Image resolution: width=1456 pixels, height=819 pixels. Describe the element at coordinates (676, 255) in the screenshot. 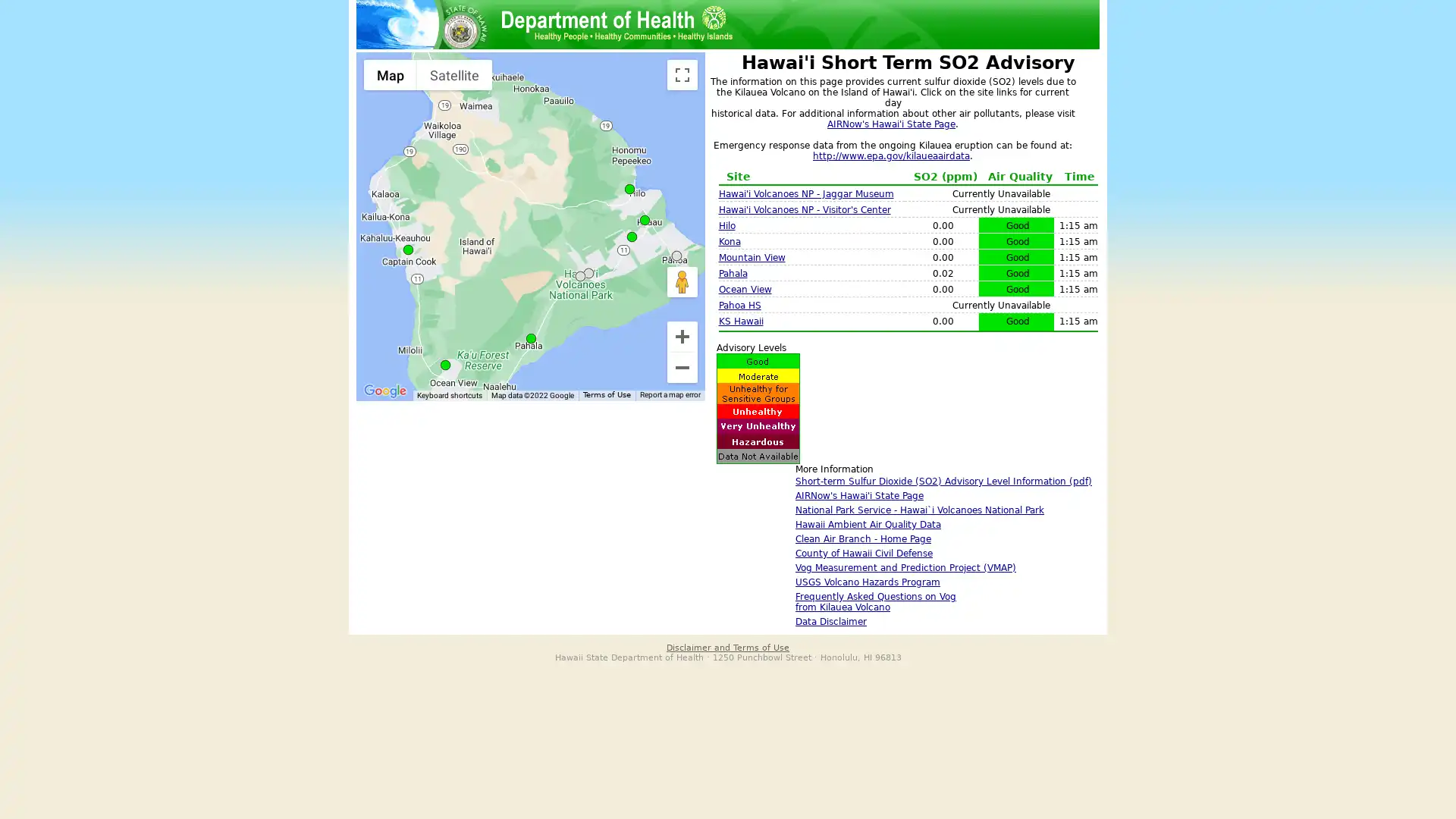

I see `PAHOA HS: No Data` at that location.